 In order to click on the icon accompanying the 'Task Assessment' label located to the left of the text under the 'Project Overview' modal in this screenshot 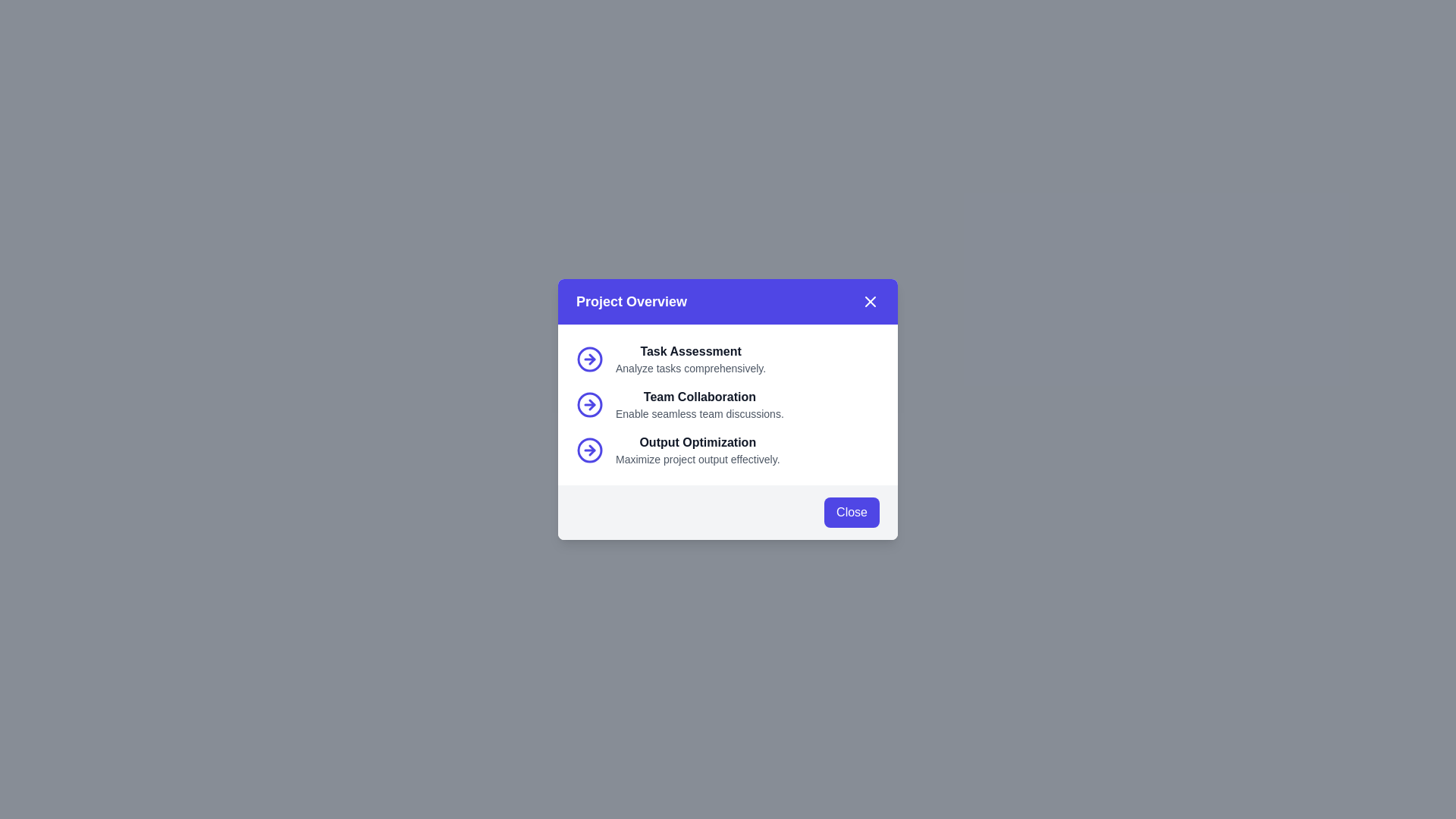, I will do `click(588, 359)`.